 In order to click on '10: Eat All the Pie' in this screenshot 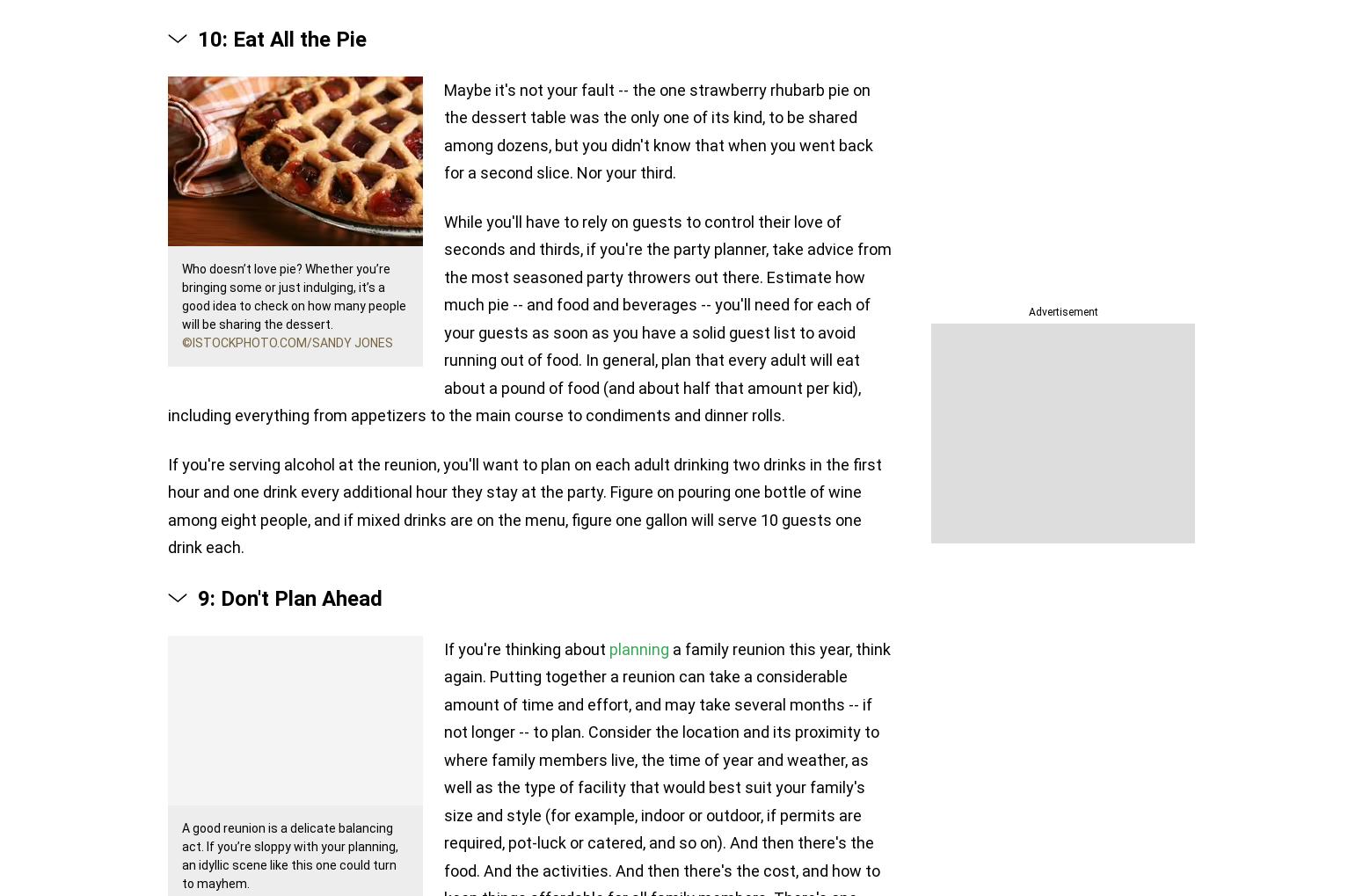, I will do `click(281, 38)`.